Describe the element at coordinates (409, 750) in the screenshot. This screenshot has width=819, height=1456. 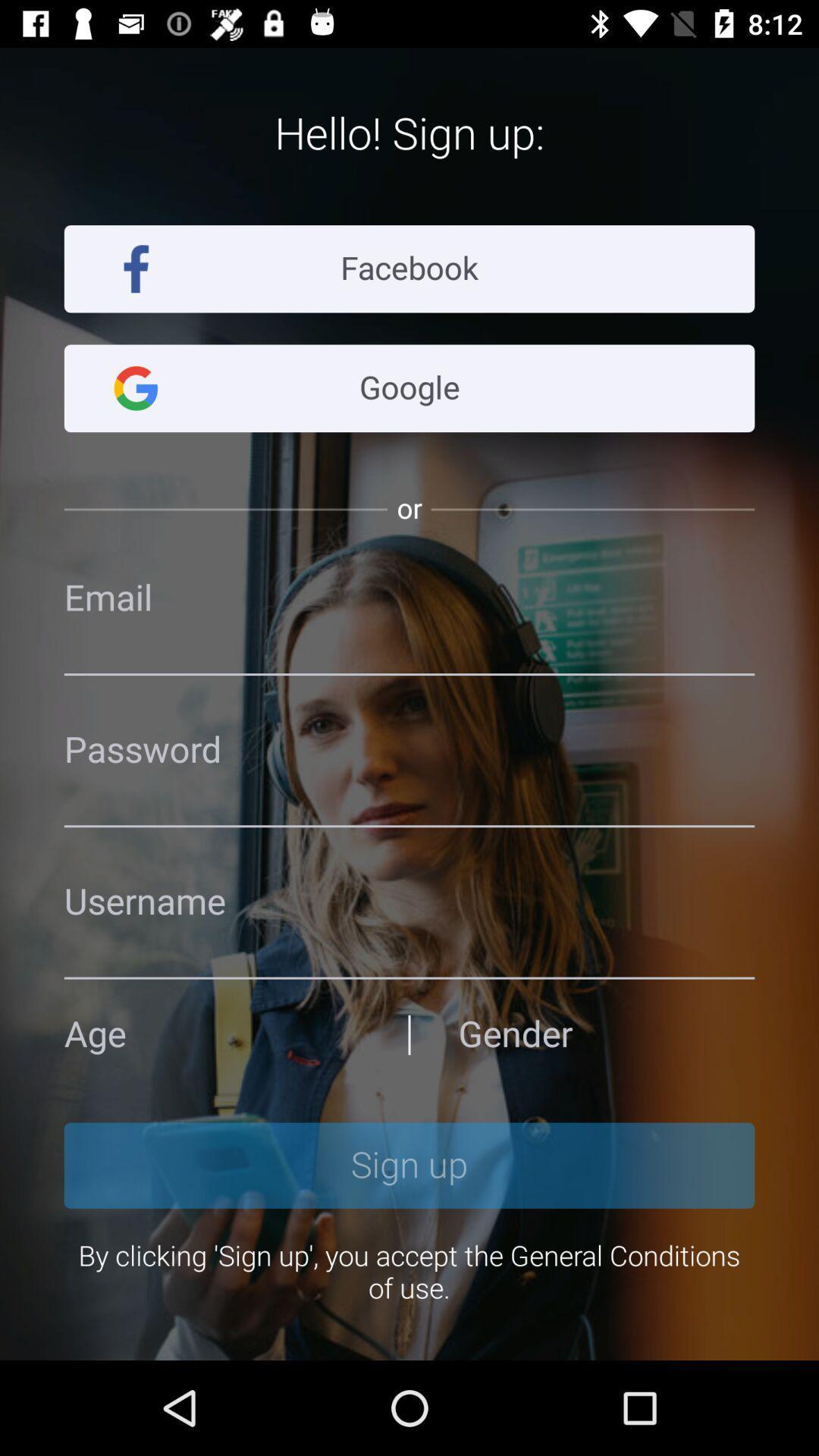
I see `space to enter password` at that location.